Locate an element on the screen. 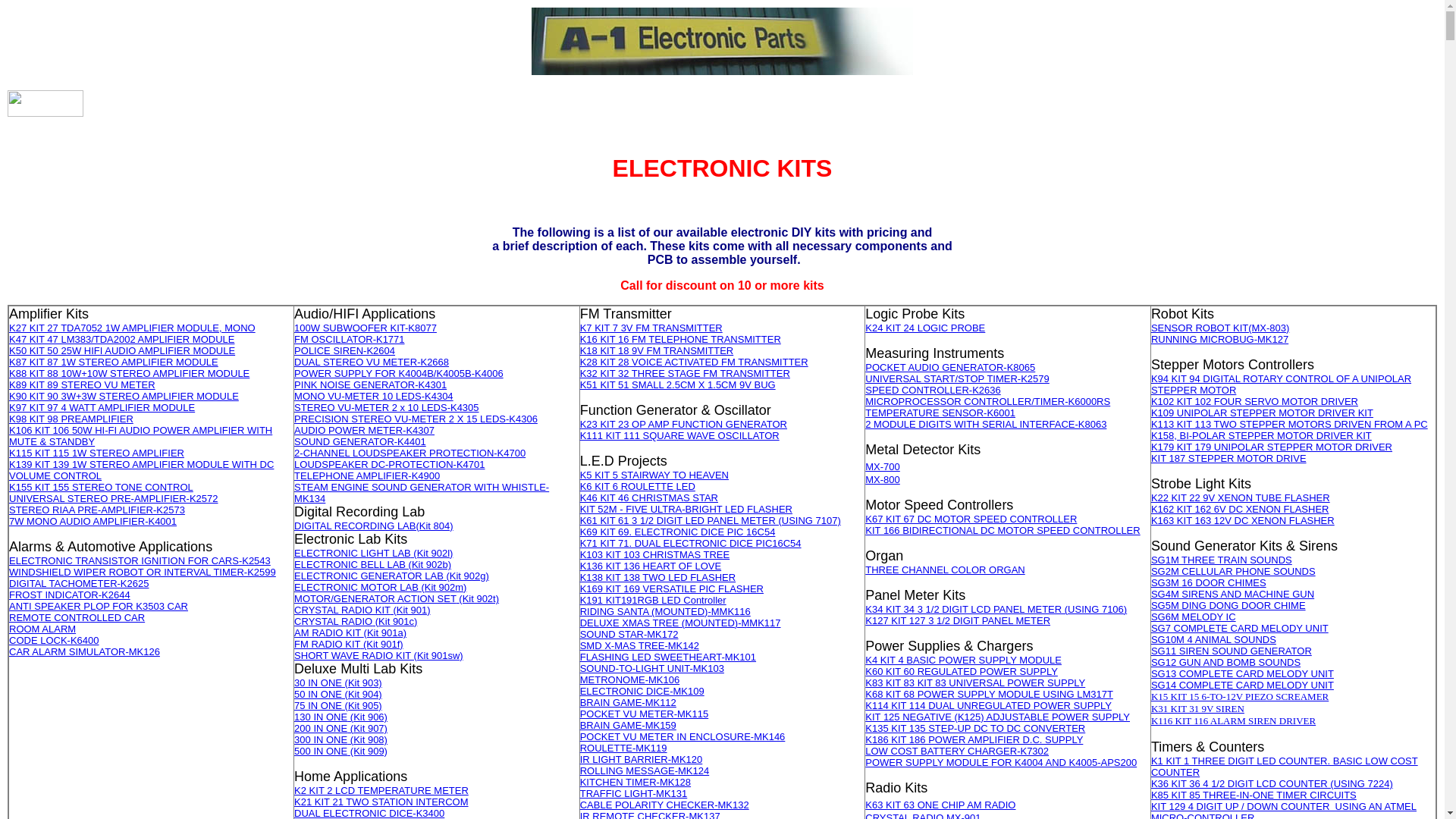 The width and height of the screenshot is (1456, 819). 'K50 KIT 50 25W HIFI AUDIO AMPLIFIER MODULE' is located at coordinates (122, 350).